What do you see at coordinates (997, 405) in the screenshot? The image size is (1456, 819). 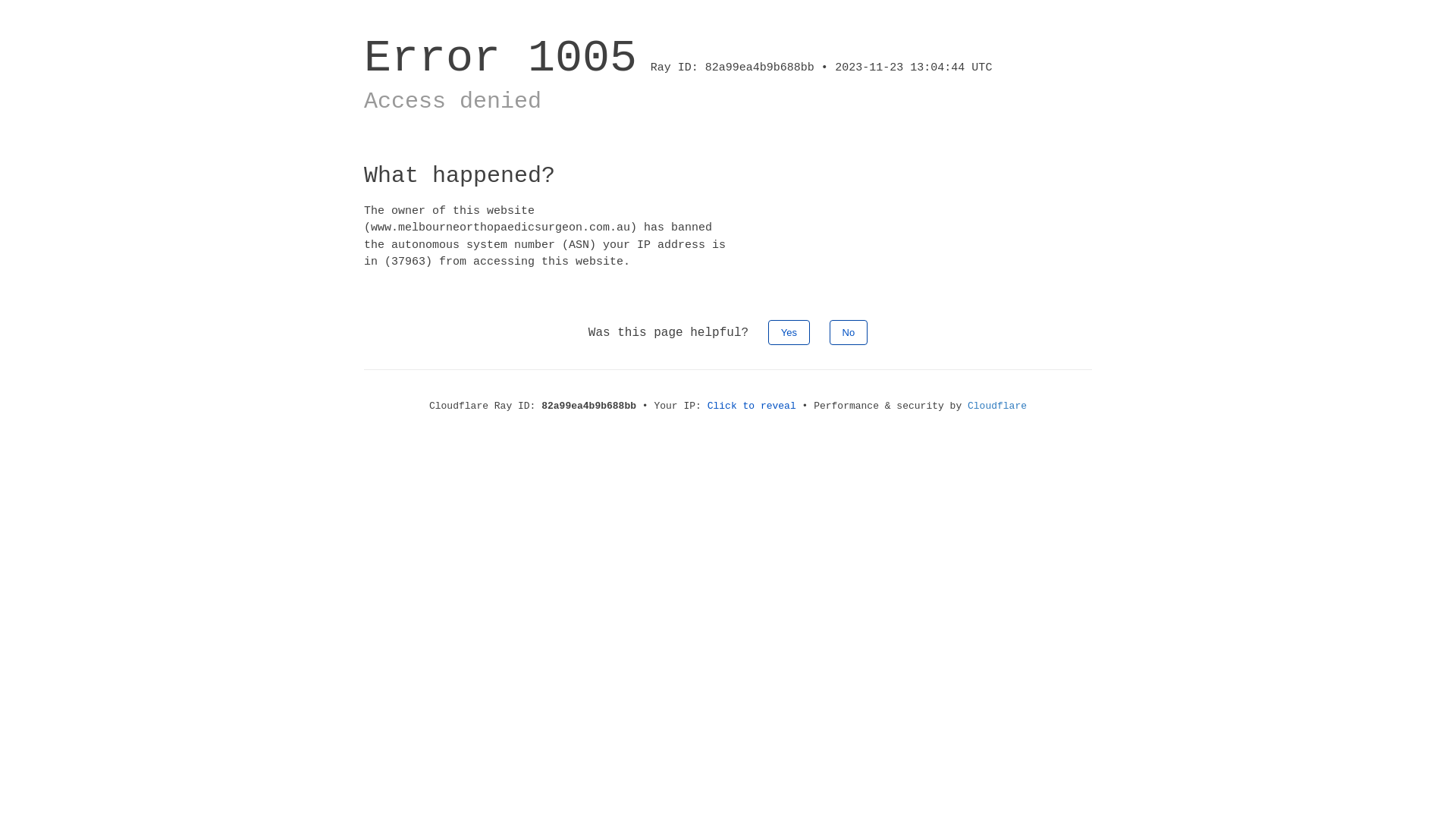 I see `'Cloudflare'` at bounding box center [997, 405].